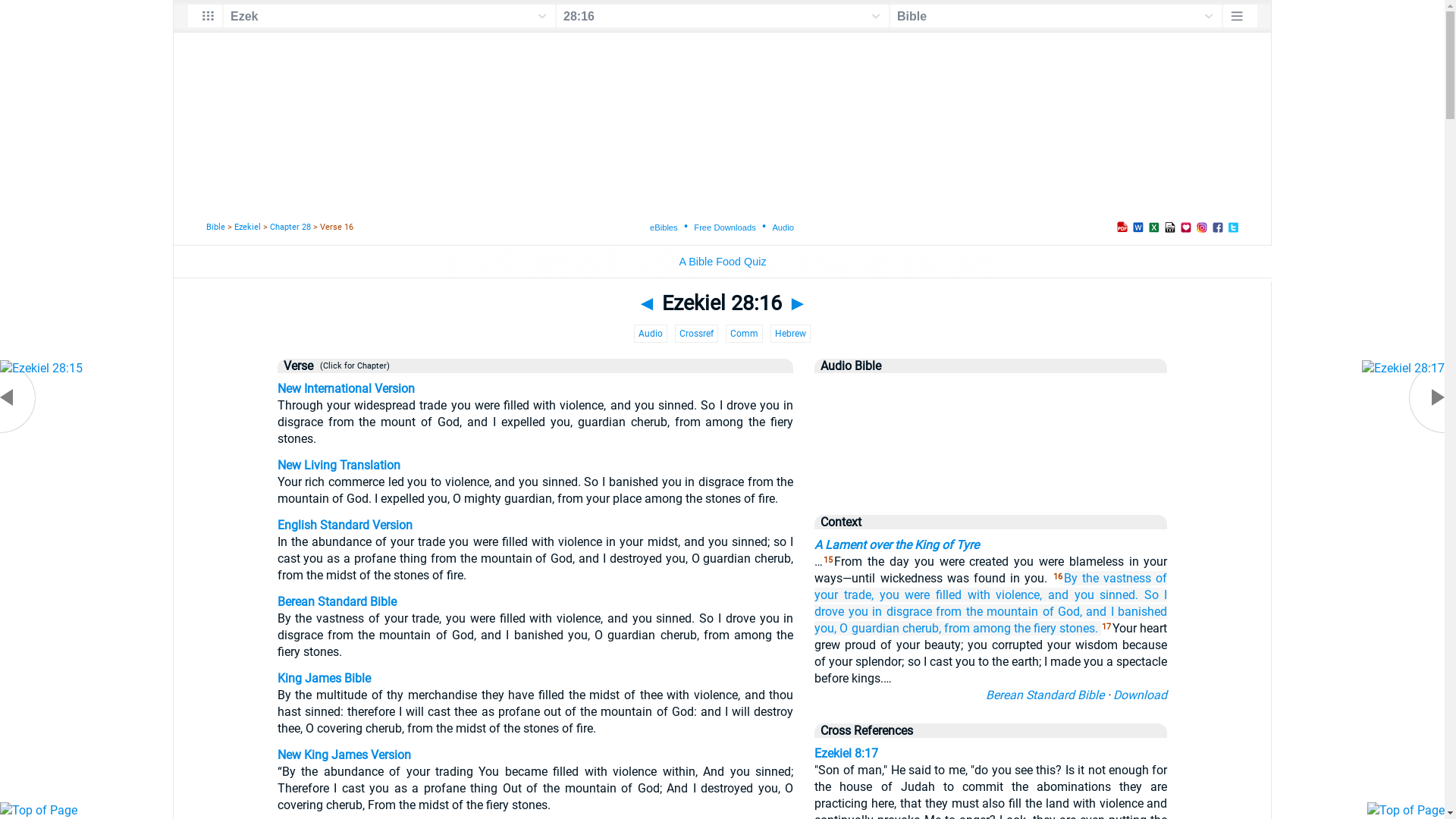 This screenshot has height=819, width=1456. Describe the element at coordinates (651, 332) in the screenshot. I see `' Audio '` at that location.